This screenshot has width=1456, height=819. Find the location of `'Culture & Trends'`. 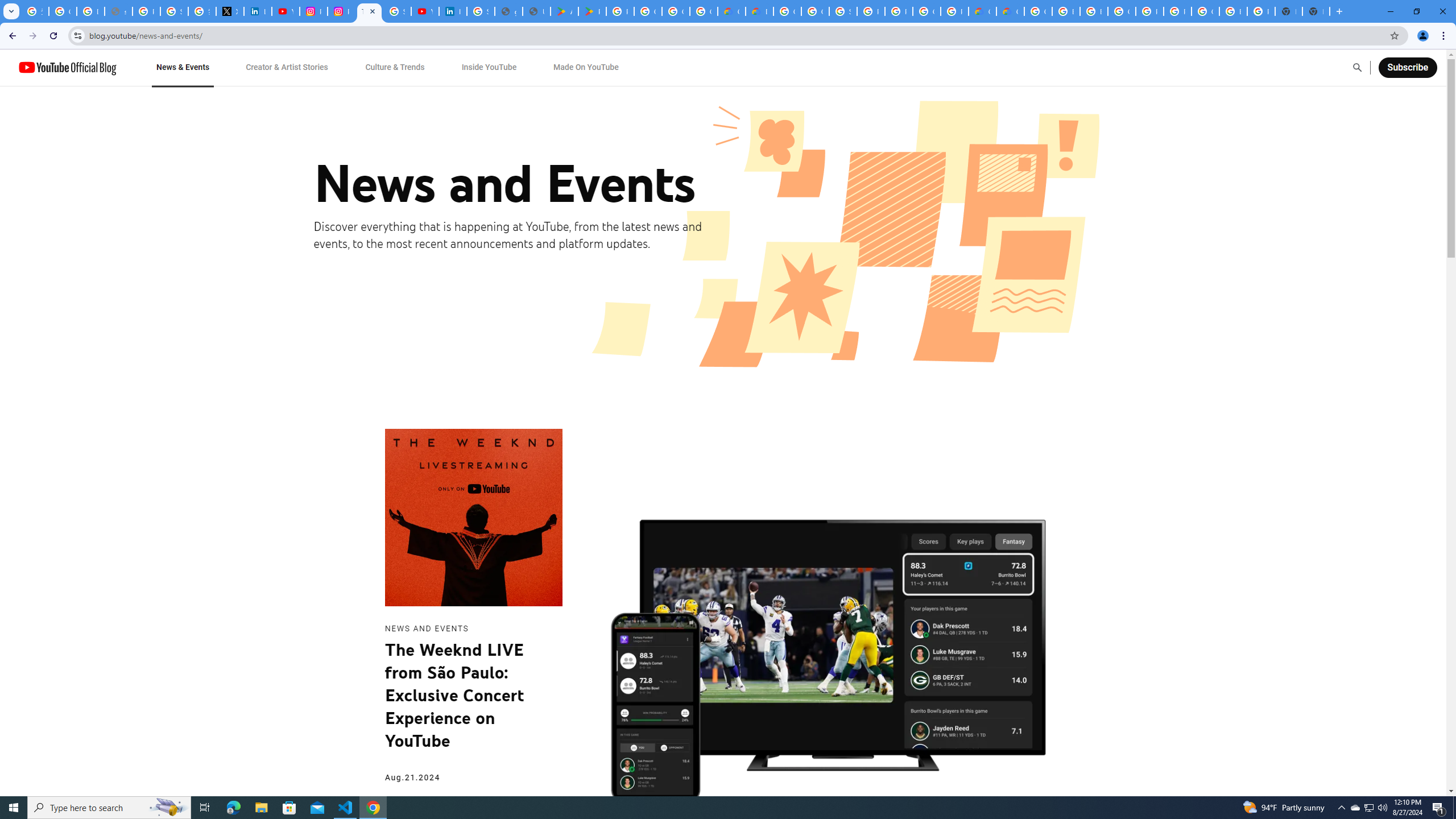

'Culture & Trends' is located at coordinates (395, 67).